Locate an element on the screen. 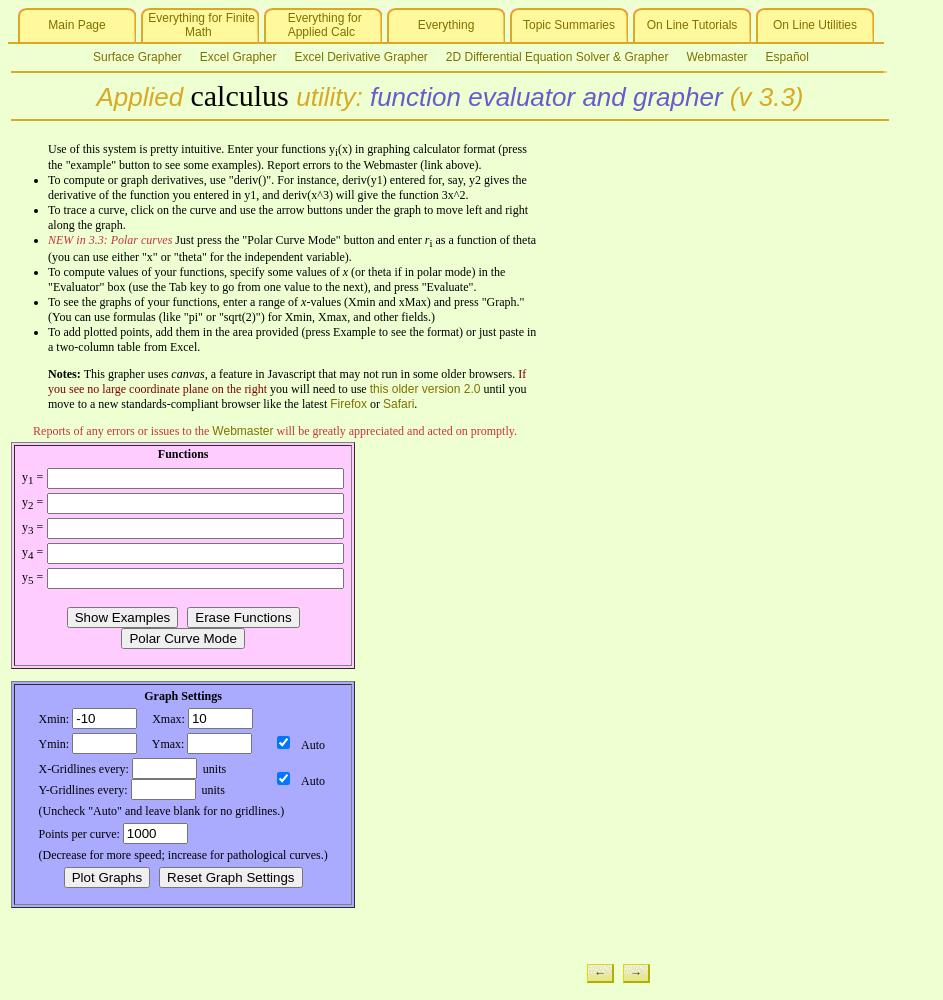 The image size is (943, 1000). 'Y-Gridlines every:' is located at coordinates (38, 789).